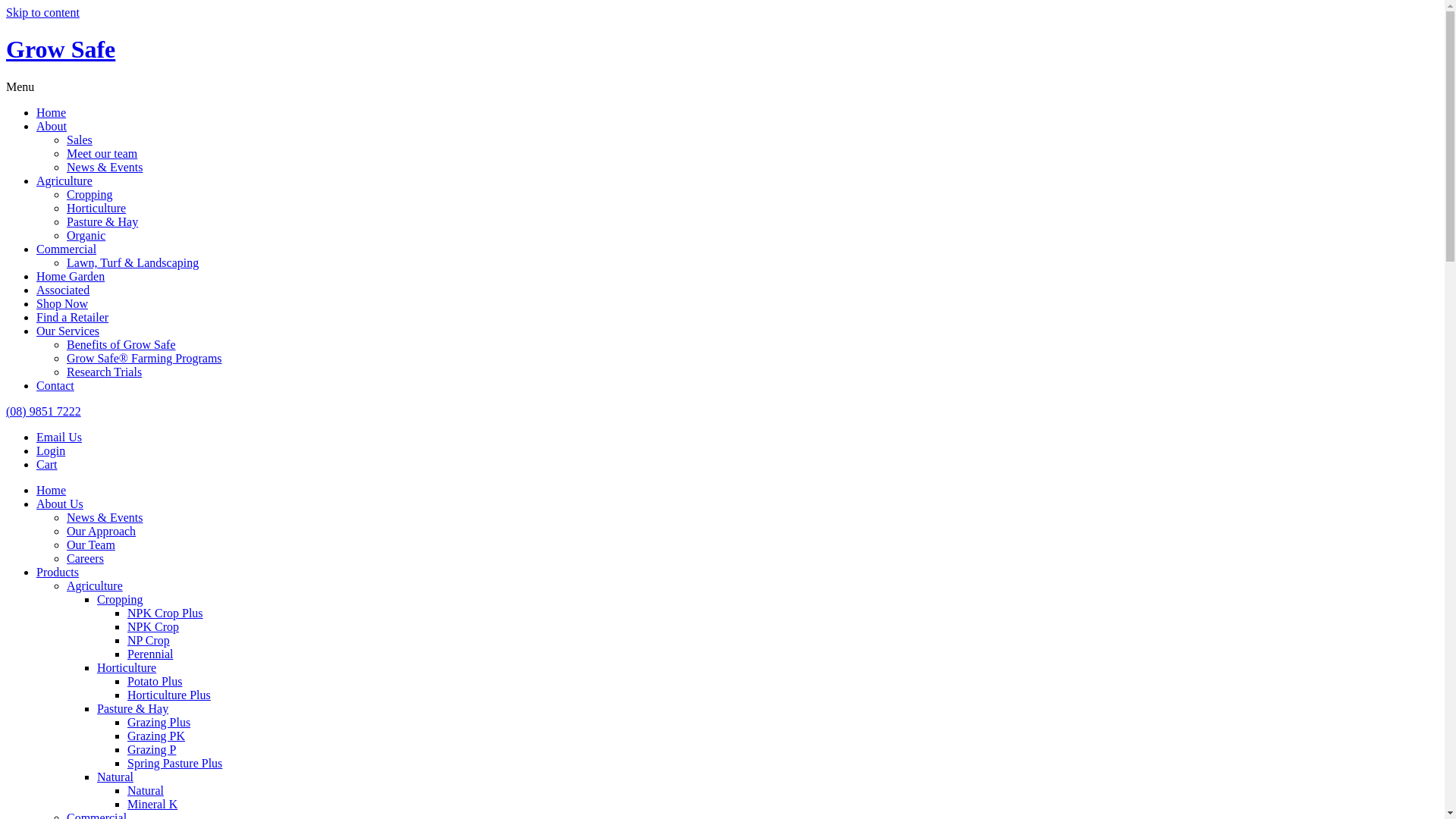 The image size is (1456, 819). Describe the element at coordinates (79, 140) in the screenshot. I see `'Sales'` at that location.